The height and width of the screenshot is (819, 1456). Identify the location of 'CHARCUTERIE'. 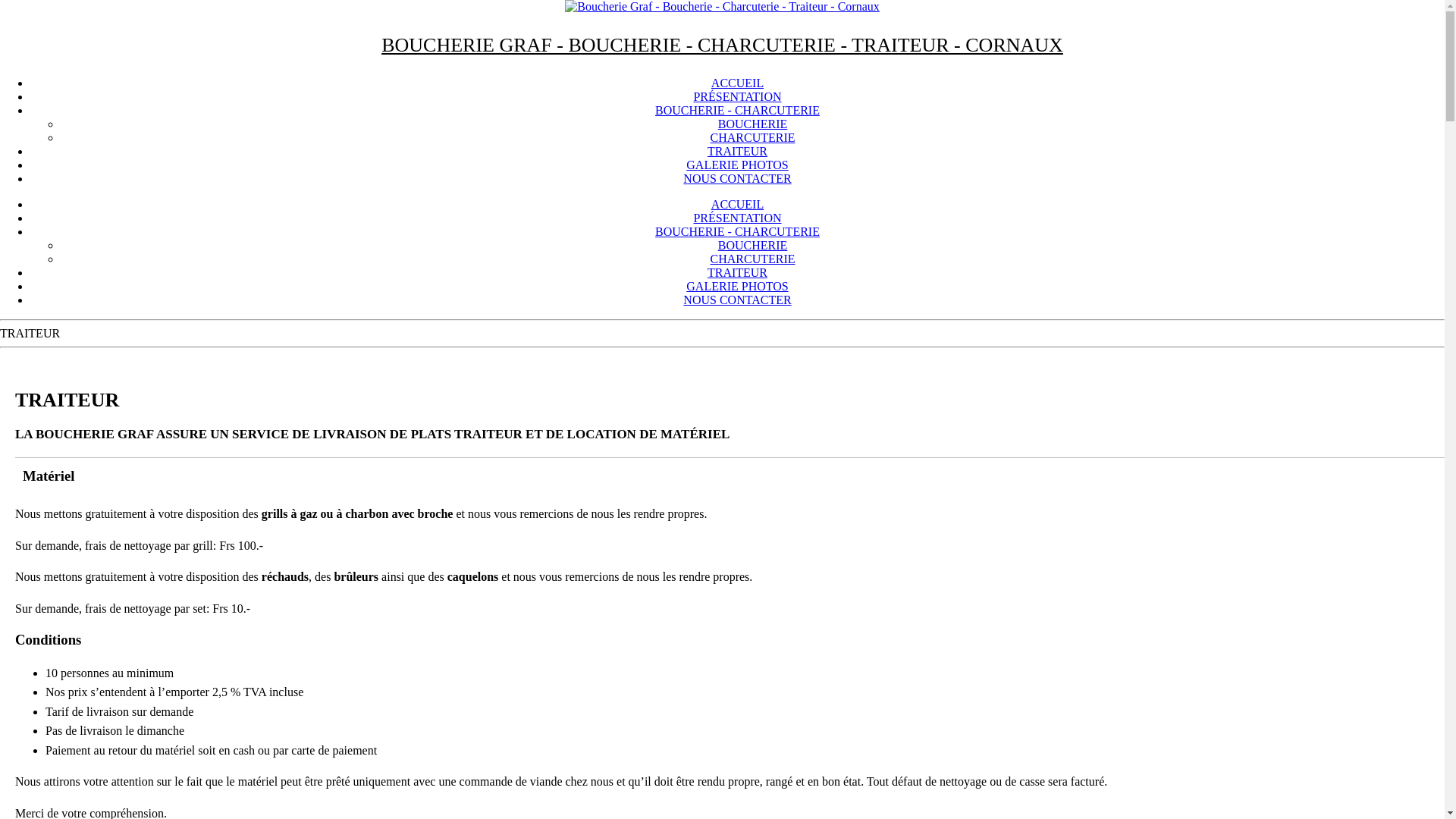
(752, 137).